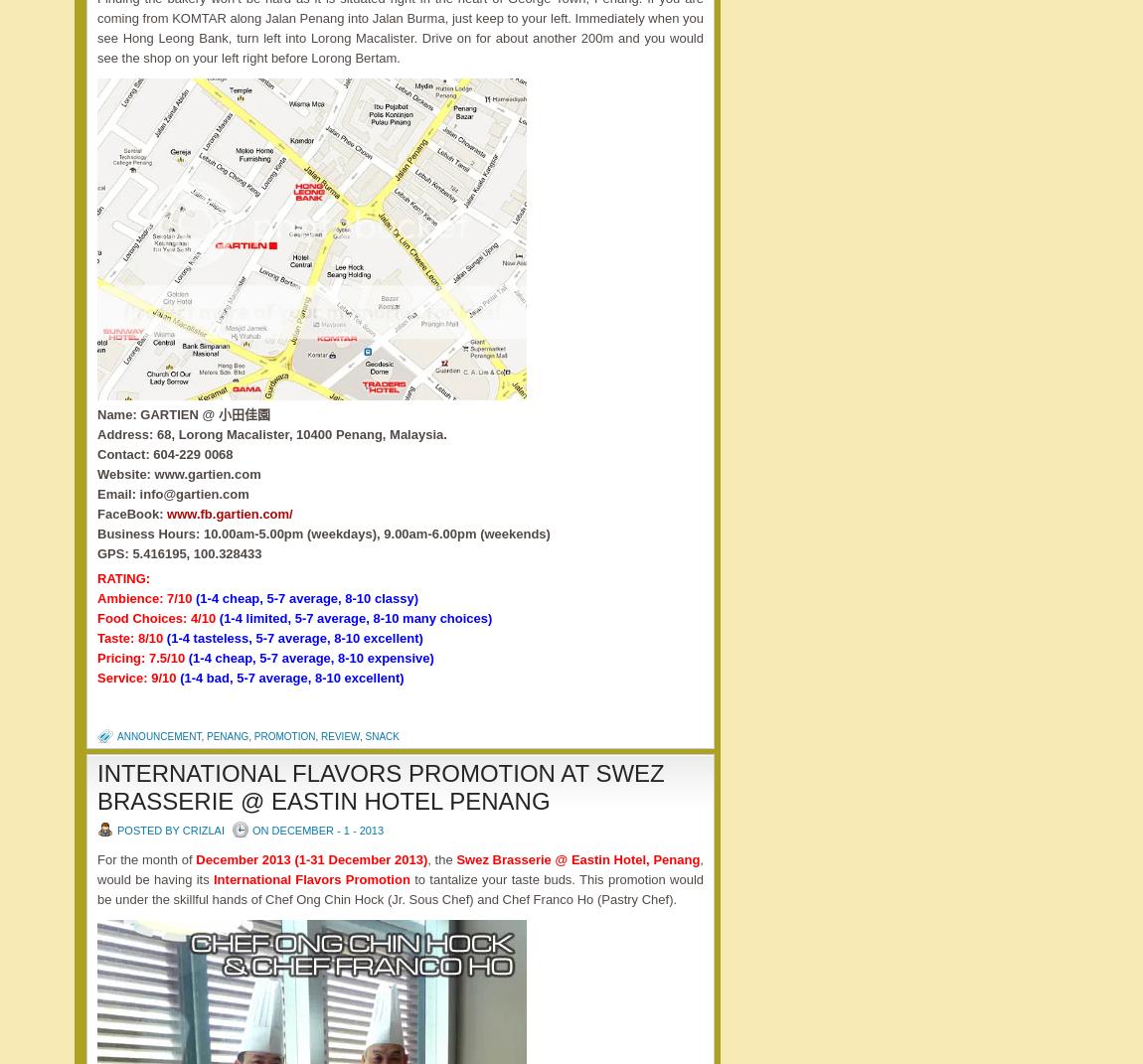 The height and width of the screenshot is (1064, 1143). What do you see at coordinates (340, 736) in the screenshot?
I see `'review'` at bounding box center [340, 736].